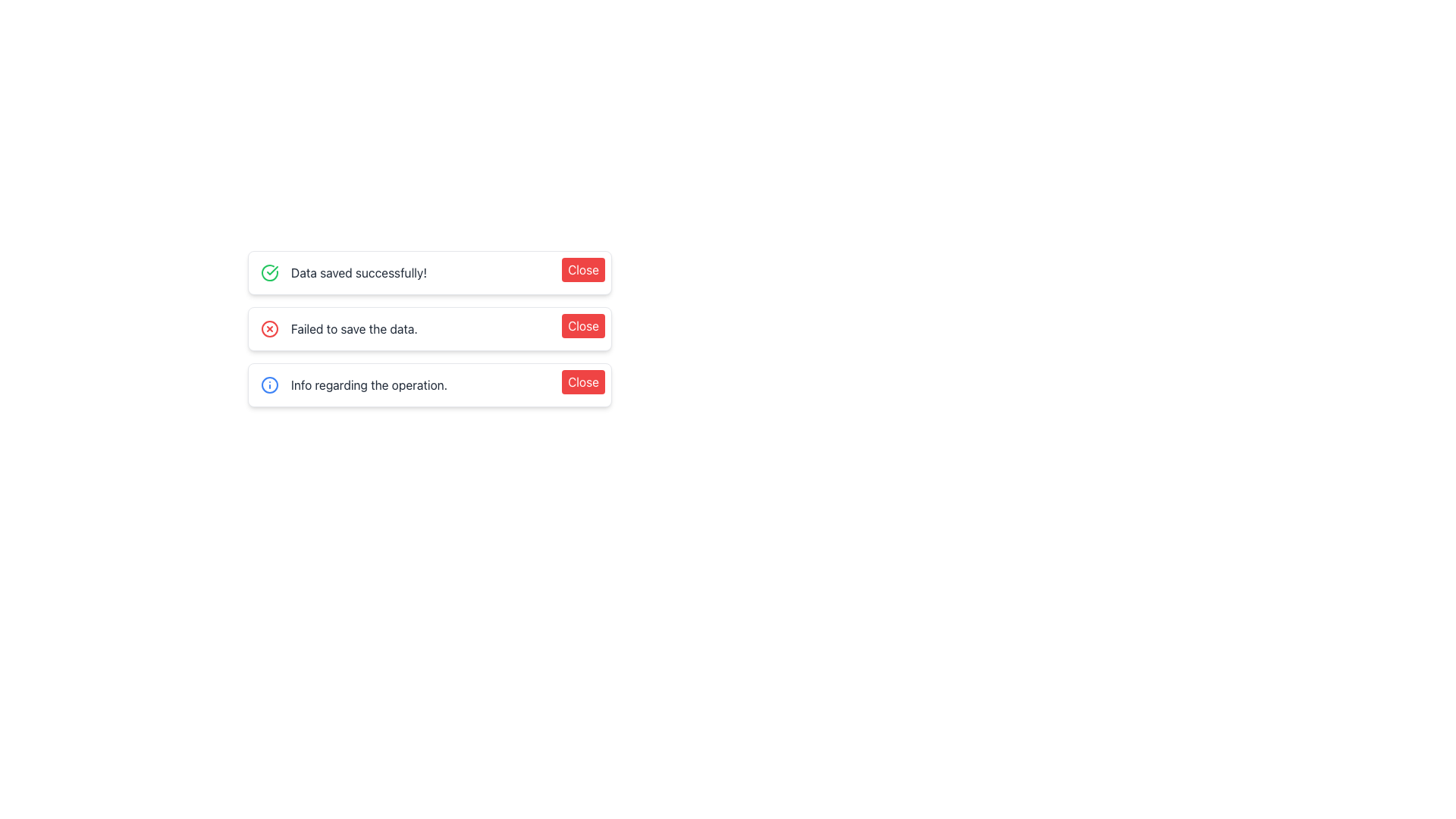 This screenshot has height=819, width=1456. What do you see at coordinates (269, 271) in the screenshot?
I see `the circular icon with a green outline and a checkmark inside it, which indicates that data has been saved successfully` at bounding box center [269, 271].